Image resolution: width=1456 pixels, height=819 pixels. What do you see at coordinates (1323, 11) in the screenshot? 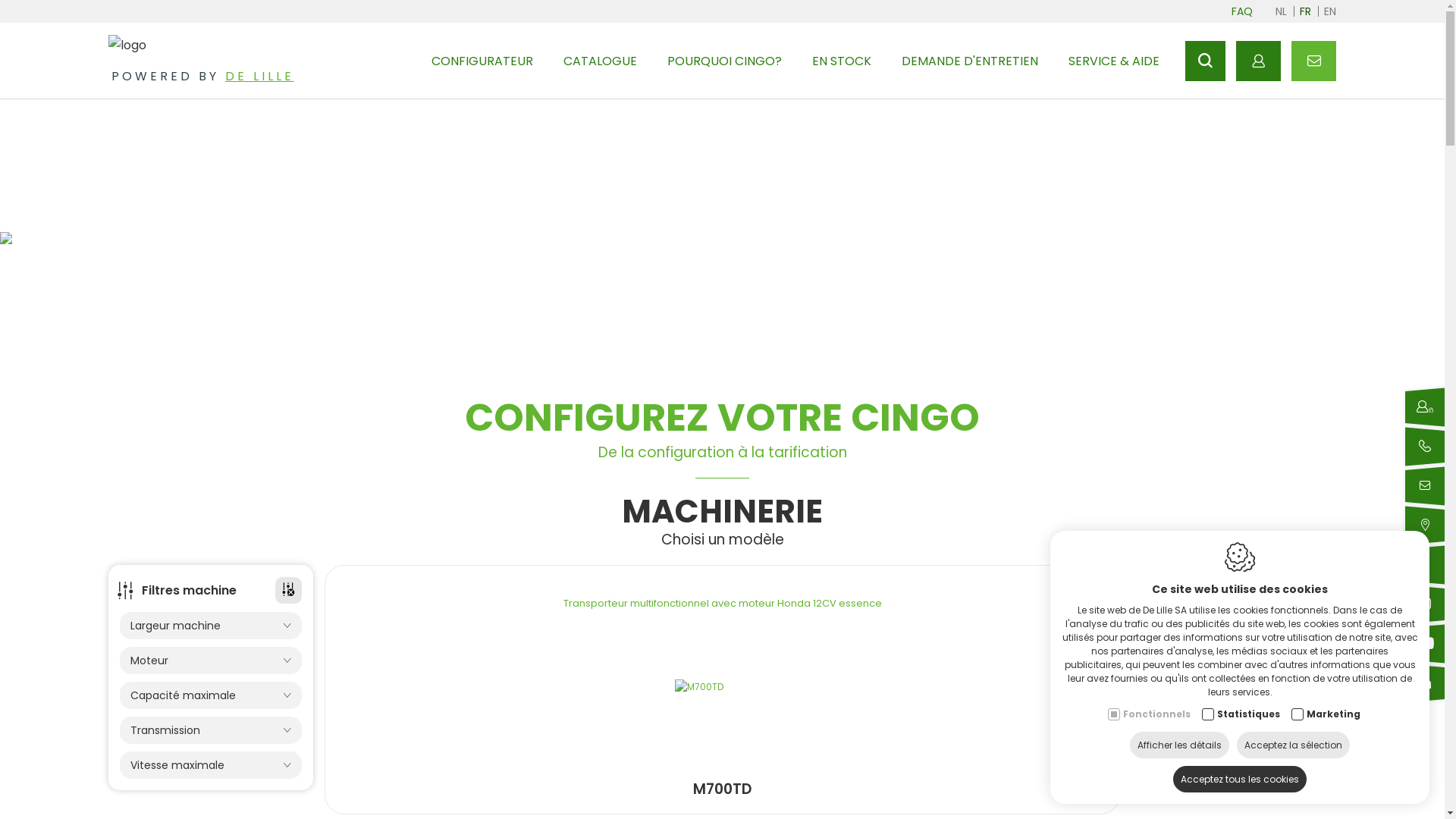
I see `'EN'` at bounding box center [1323, 11].